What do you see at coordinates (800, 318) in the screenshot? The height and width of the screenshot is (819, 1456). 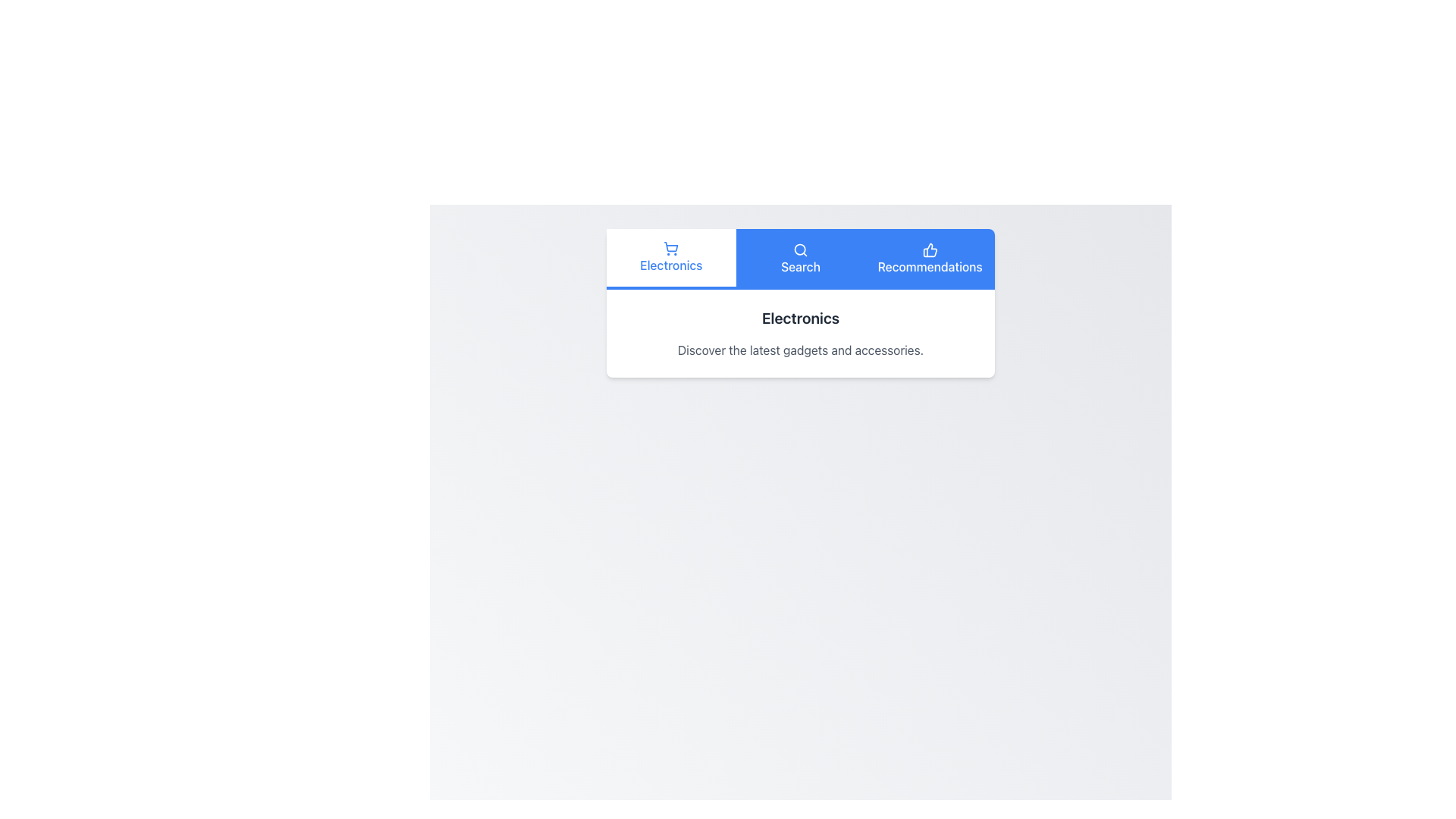 I see `the heading element that displays 'Electronics', which is styled in bold and slightly larger than adjacent text elements` at bounding box center [800, 318].